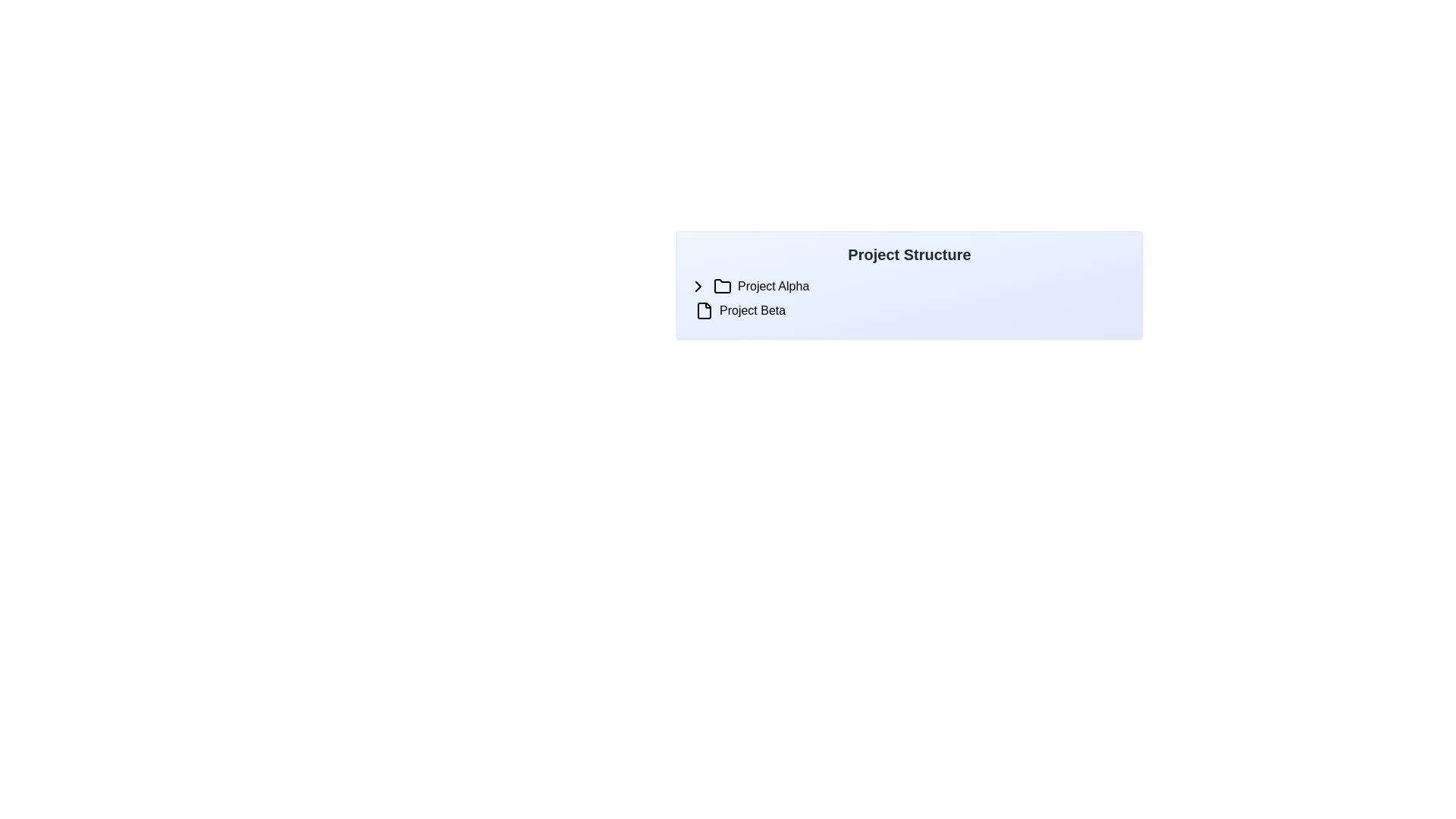 This screenshot has height=819, width=1456. Describe the element at coordinates (704, 309) in the screenshot. I see `document icon located to the left of the text 'Project Beta', which is rendered in a minimalist style with black strokes` at that location.